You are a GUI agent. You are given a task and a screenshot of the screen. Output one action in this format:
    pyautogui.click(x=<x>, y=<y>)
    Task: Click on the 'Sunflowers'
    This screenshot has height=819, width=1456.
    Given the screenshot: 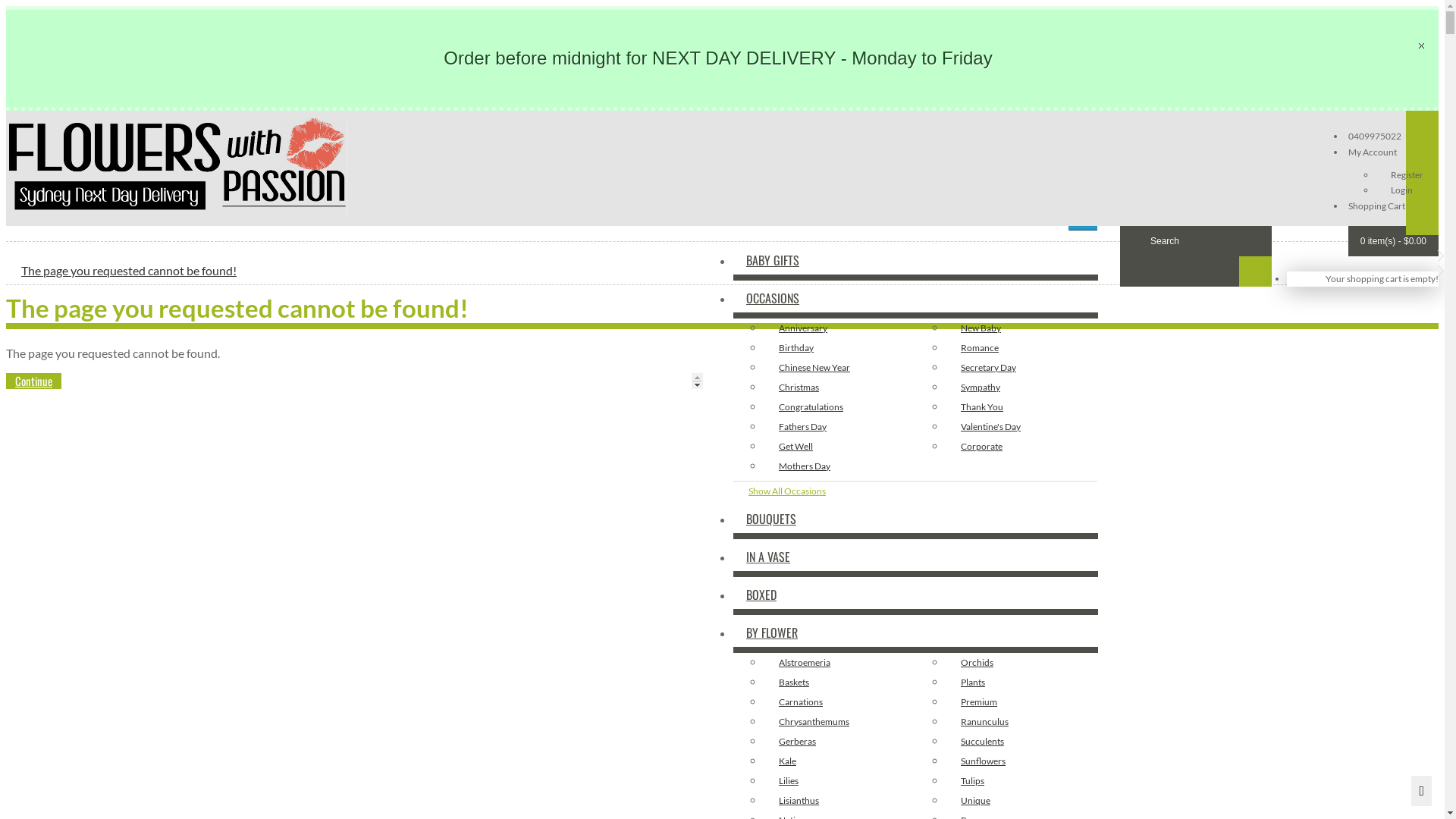 What is the action you would take?
    pyautogui.click(x=945, y=760)
    